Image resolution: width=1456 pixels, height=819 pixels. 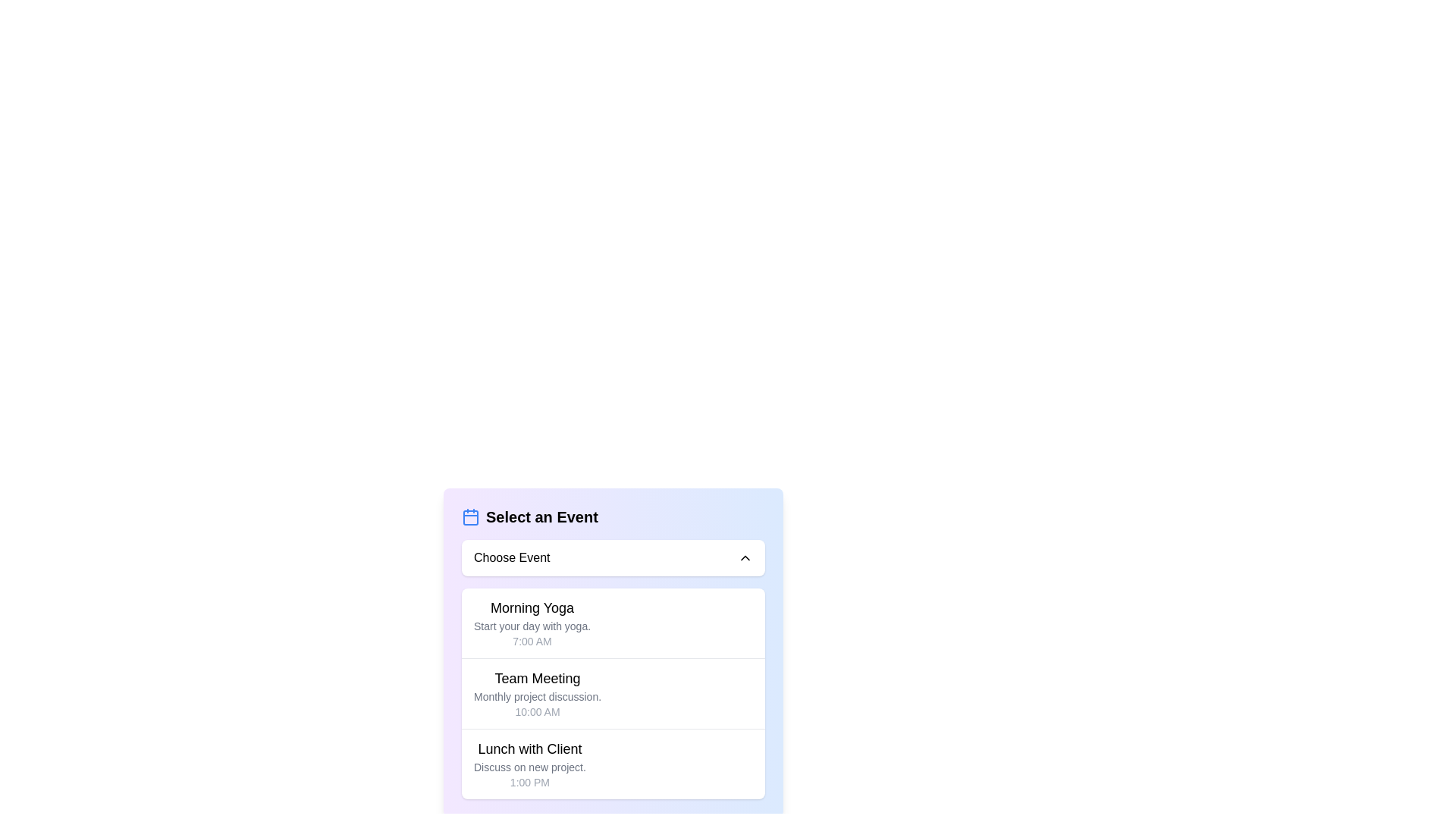 What do you see at coordinates (613, 763) in the screenshot?
I see `the third event entry in the 'Select an Event' dropdown menu, which is styled as a card with the headline 'Lunch with Client', subtext 'Discuss on new project.', and timestamp '1:00 PM'` at bounding box center [613, 763].